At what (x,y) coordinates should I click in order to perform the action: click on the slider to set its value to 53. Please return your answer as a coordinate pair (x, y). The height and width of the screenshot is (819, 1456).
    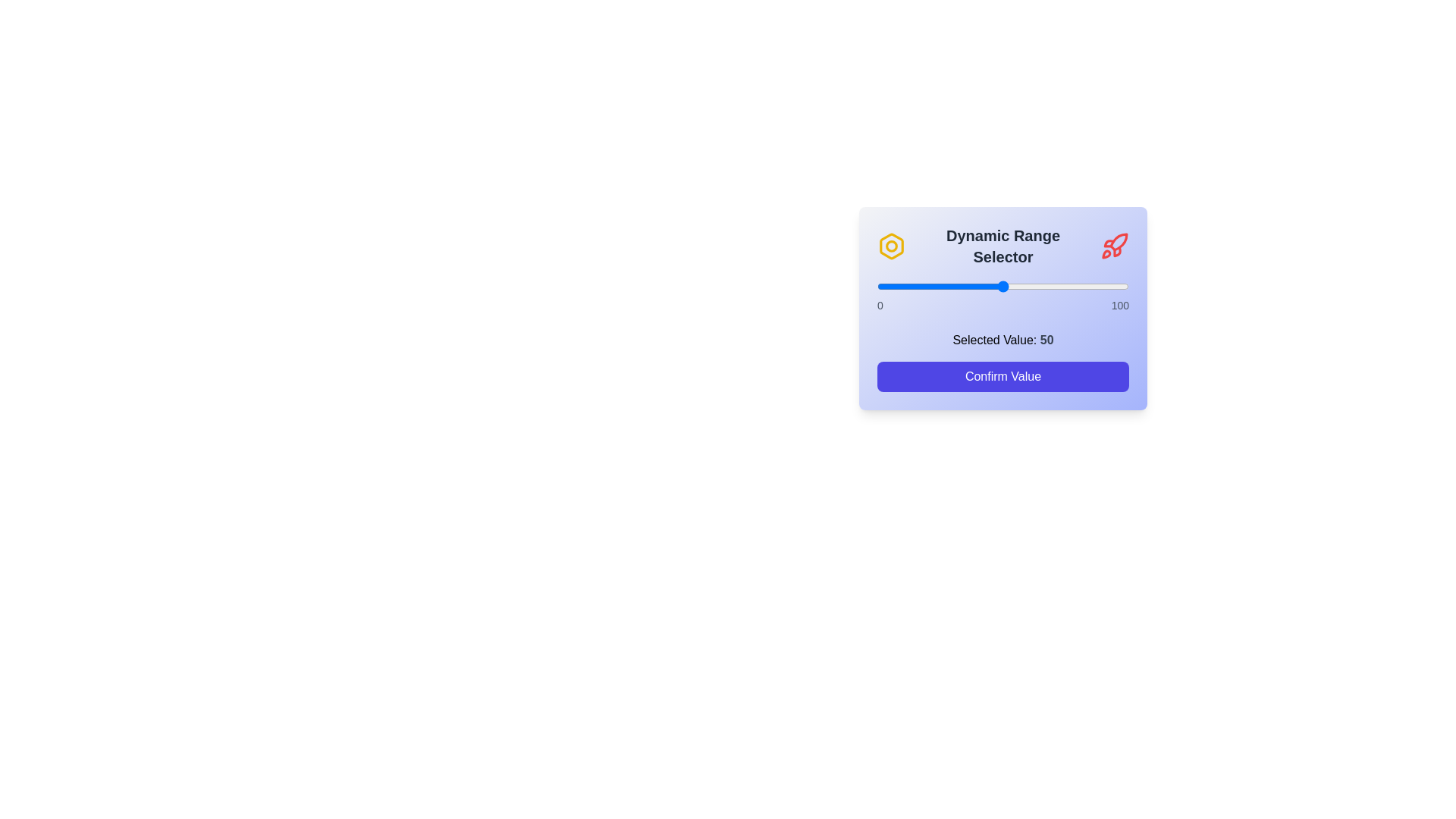
    Looking at the image, I should click on (1011, 287).